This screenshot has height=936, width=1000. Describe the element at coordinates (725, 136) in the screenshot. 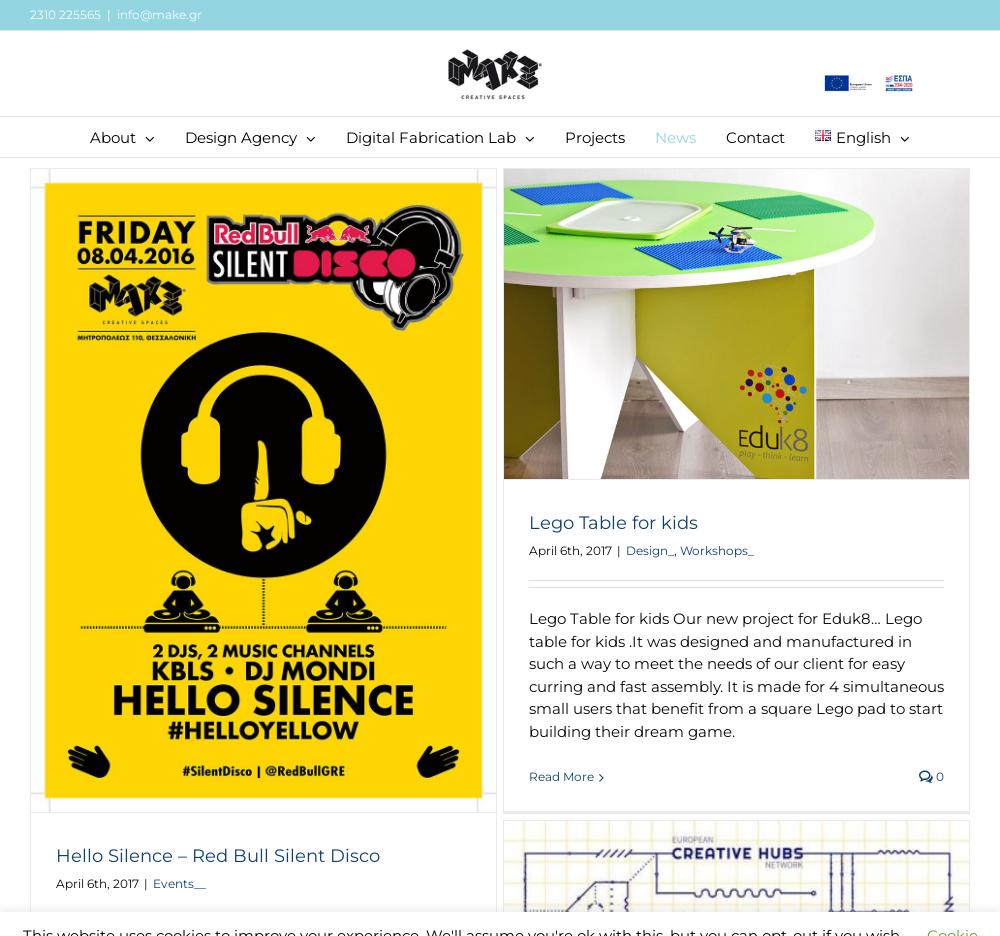

I see `'Contact'` at that location.